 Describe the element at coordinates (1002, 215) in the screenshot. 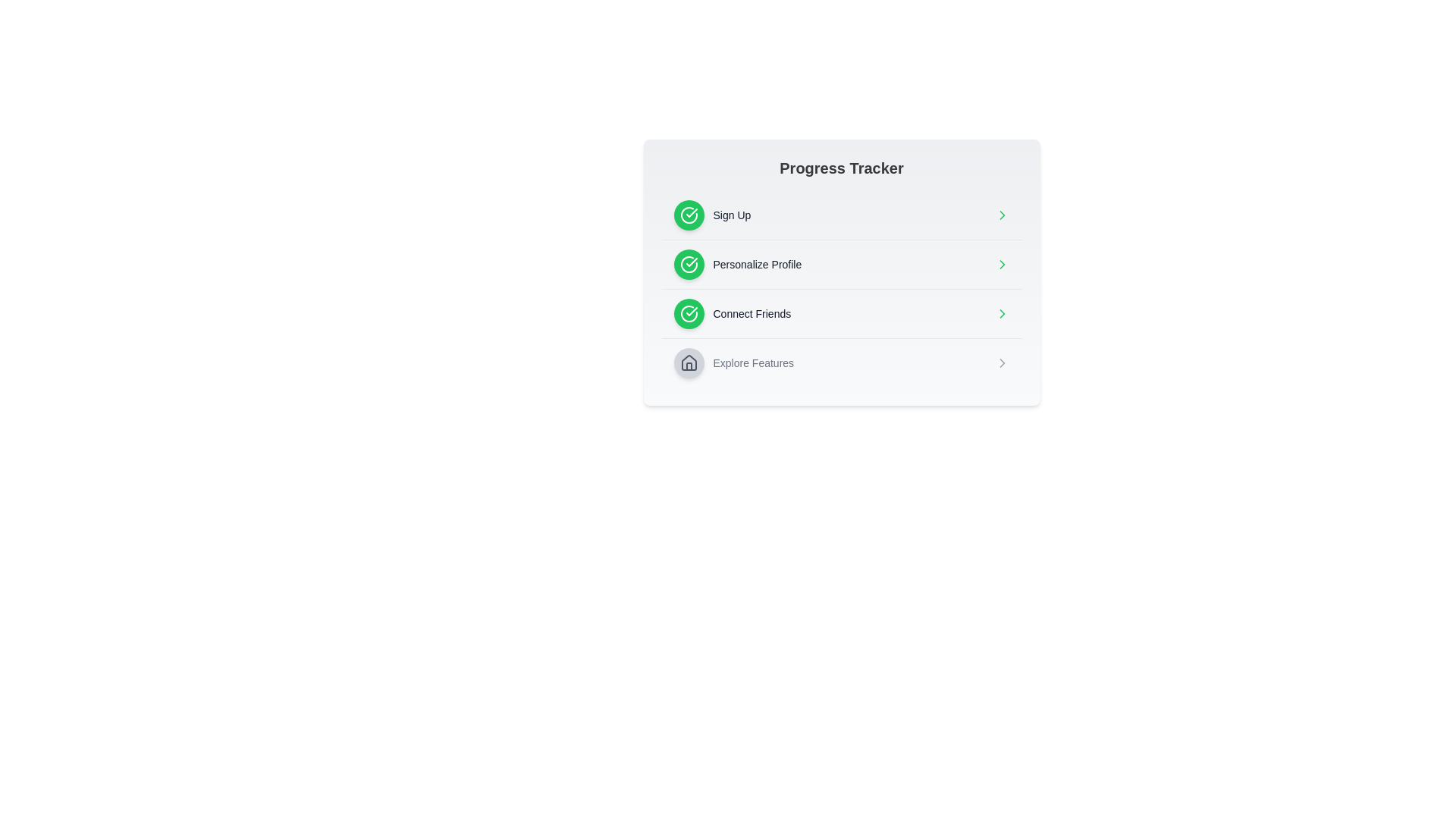

I see `the navigation icon located at the end of the fourth row in the progress tracker interface, aligned with the 'Explore Features' label` at that location.